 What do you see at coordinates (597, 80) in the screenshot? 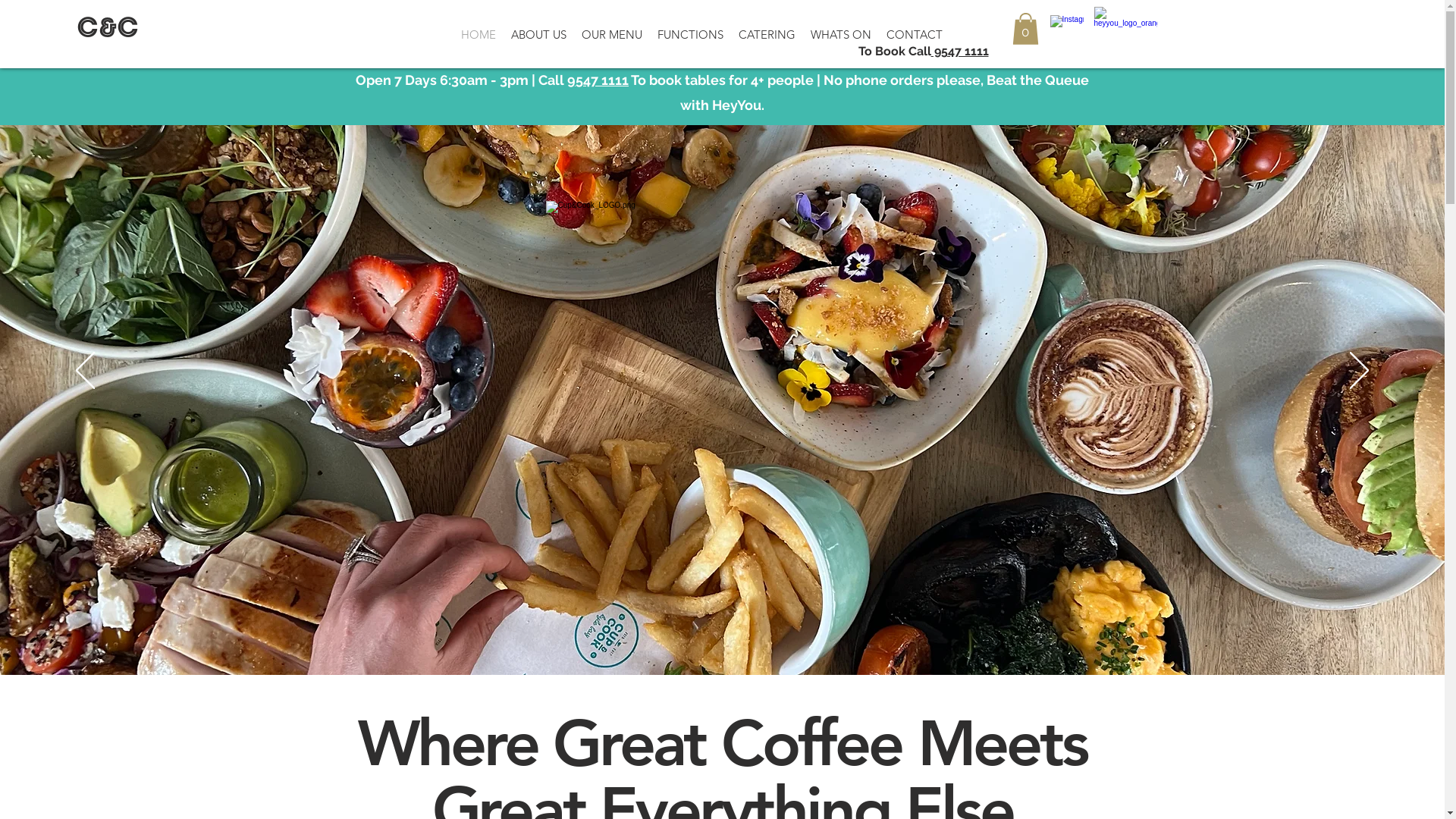
I see `'9547 1111'` at bounding box center [597, 80].